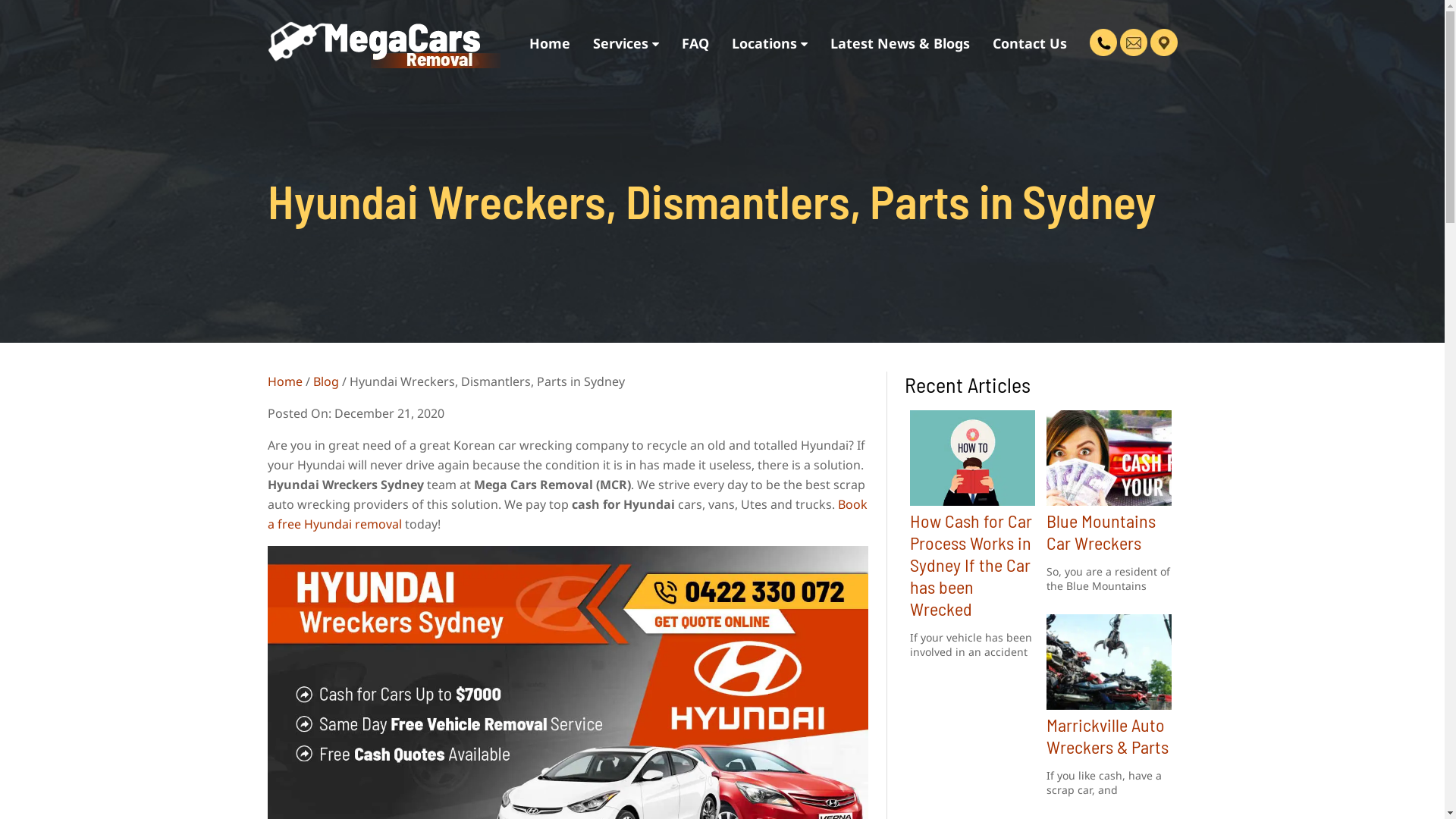 The width and height of the screenshot is (1456, 819). Describe the element at coordinates (625, 42) in the screenshot. I see `'Services'` at that location.